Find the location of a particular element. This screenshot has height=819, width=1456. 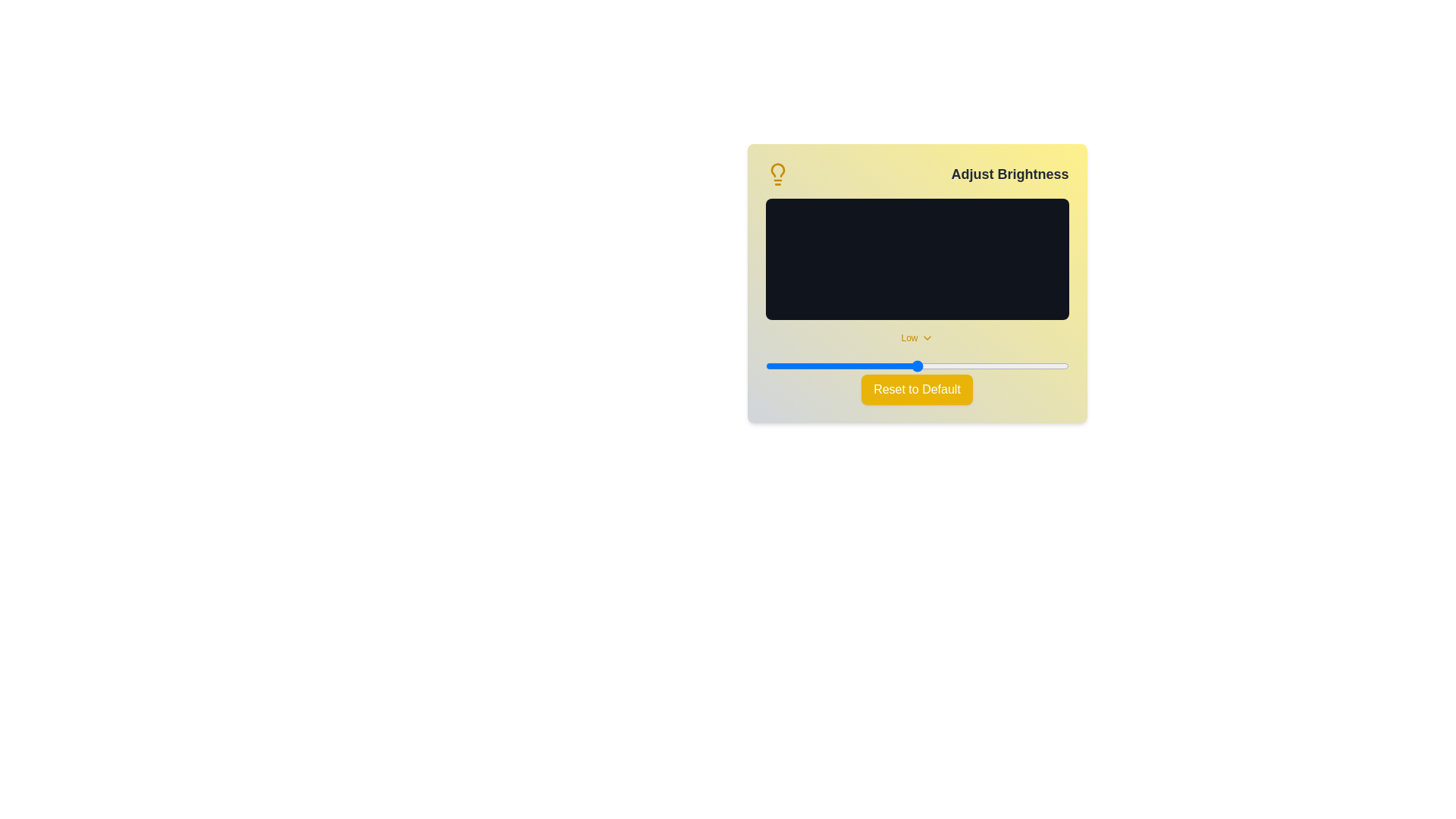

the brightness slider to 78 percent is located at coordinates (1002, 366).